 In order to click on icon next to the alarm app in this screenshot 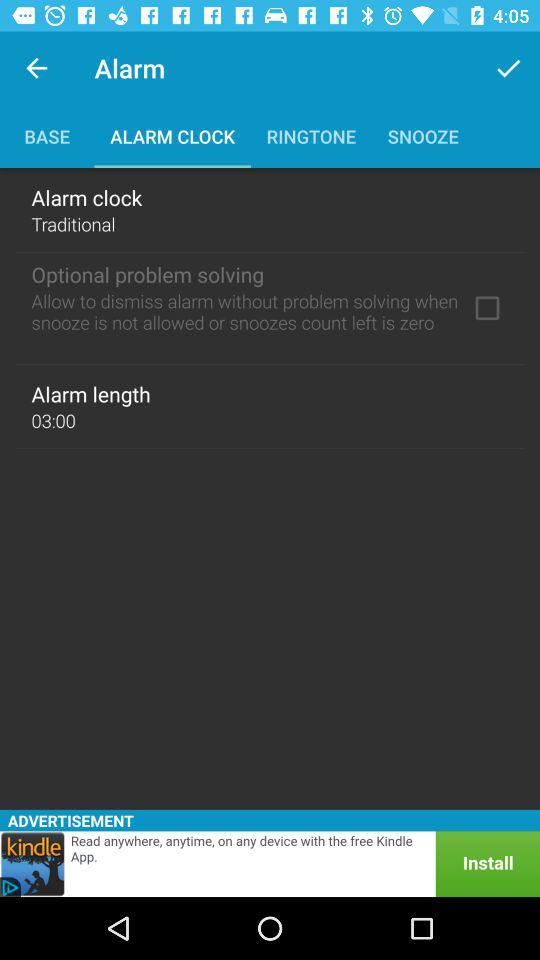, I will do `click(508, 68)`.